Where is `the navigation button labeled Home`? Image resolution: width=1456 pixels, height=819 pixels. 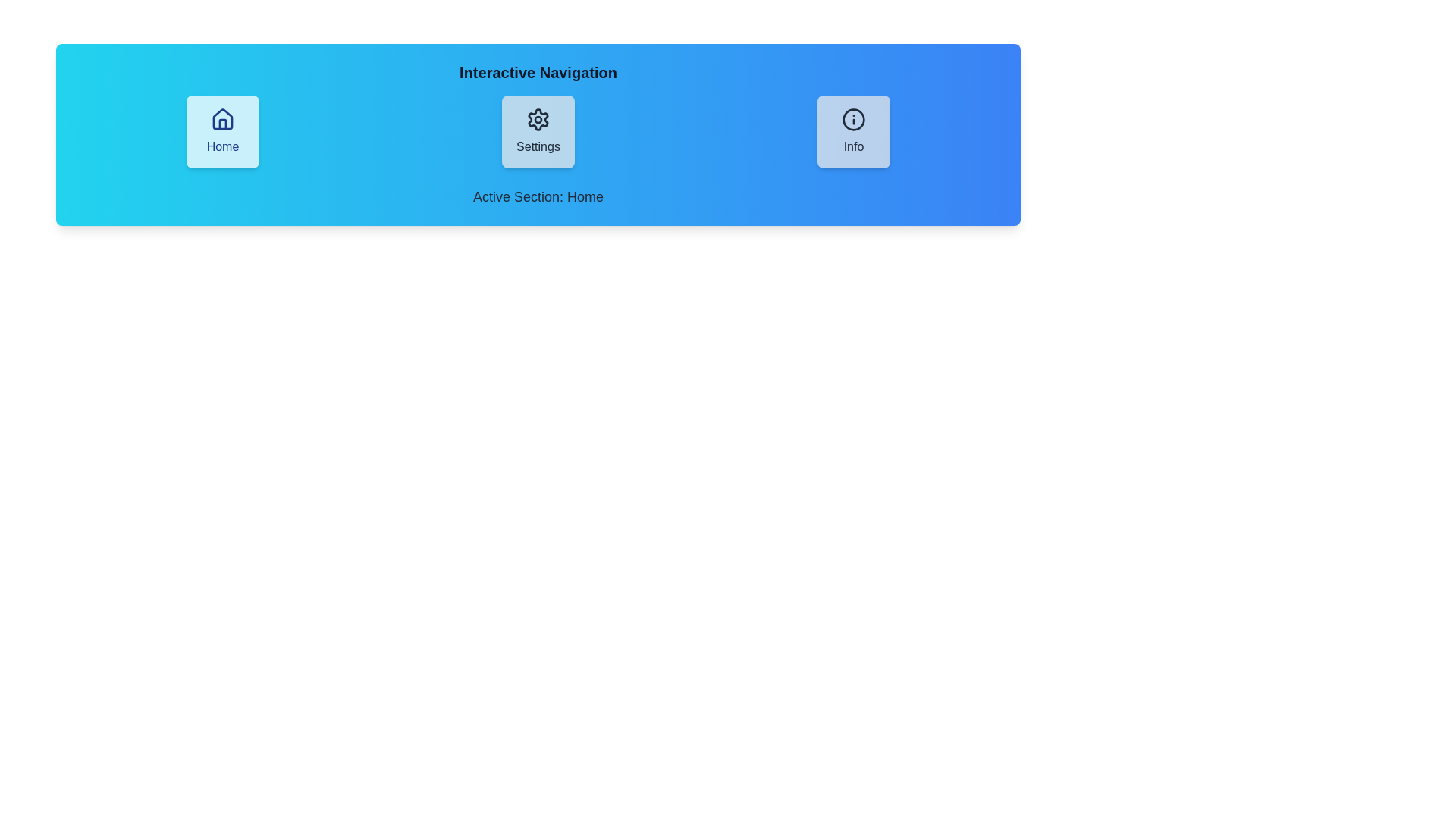
the navigation button labeled Home is located at coordinates (221, 130).